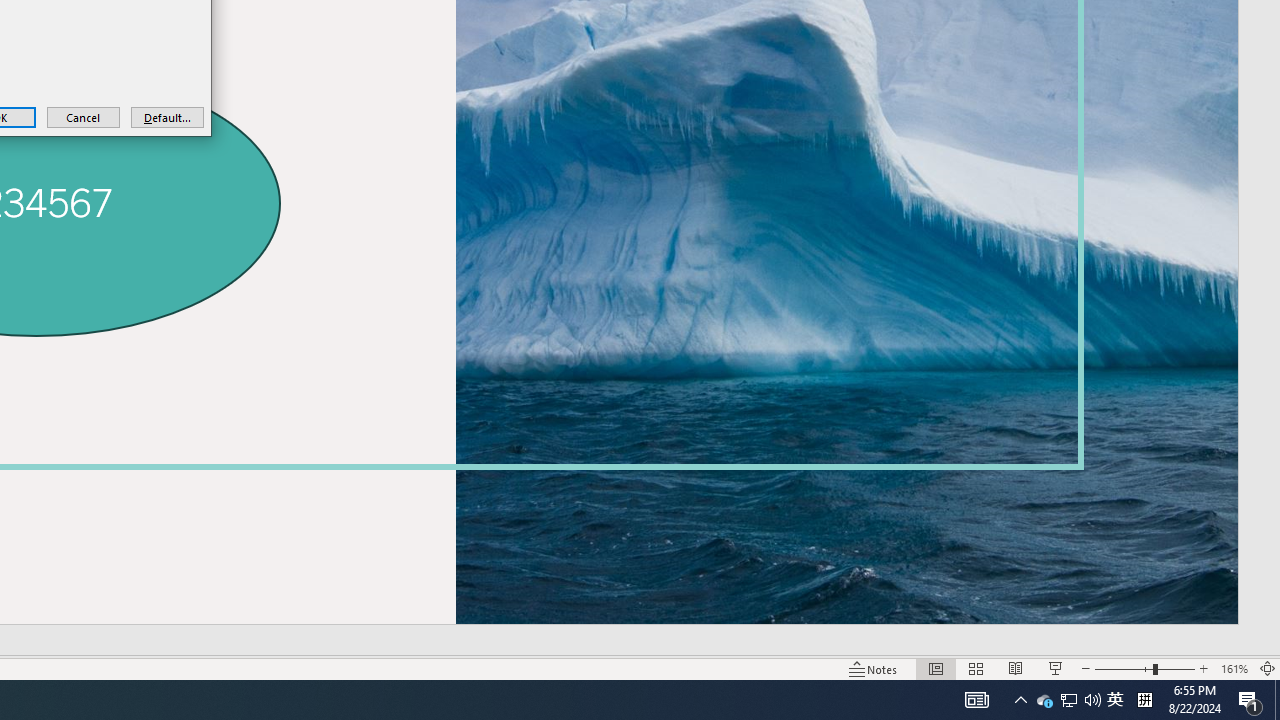  I want to click on 'Show desktop', so click(1276, 698).